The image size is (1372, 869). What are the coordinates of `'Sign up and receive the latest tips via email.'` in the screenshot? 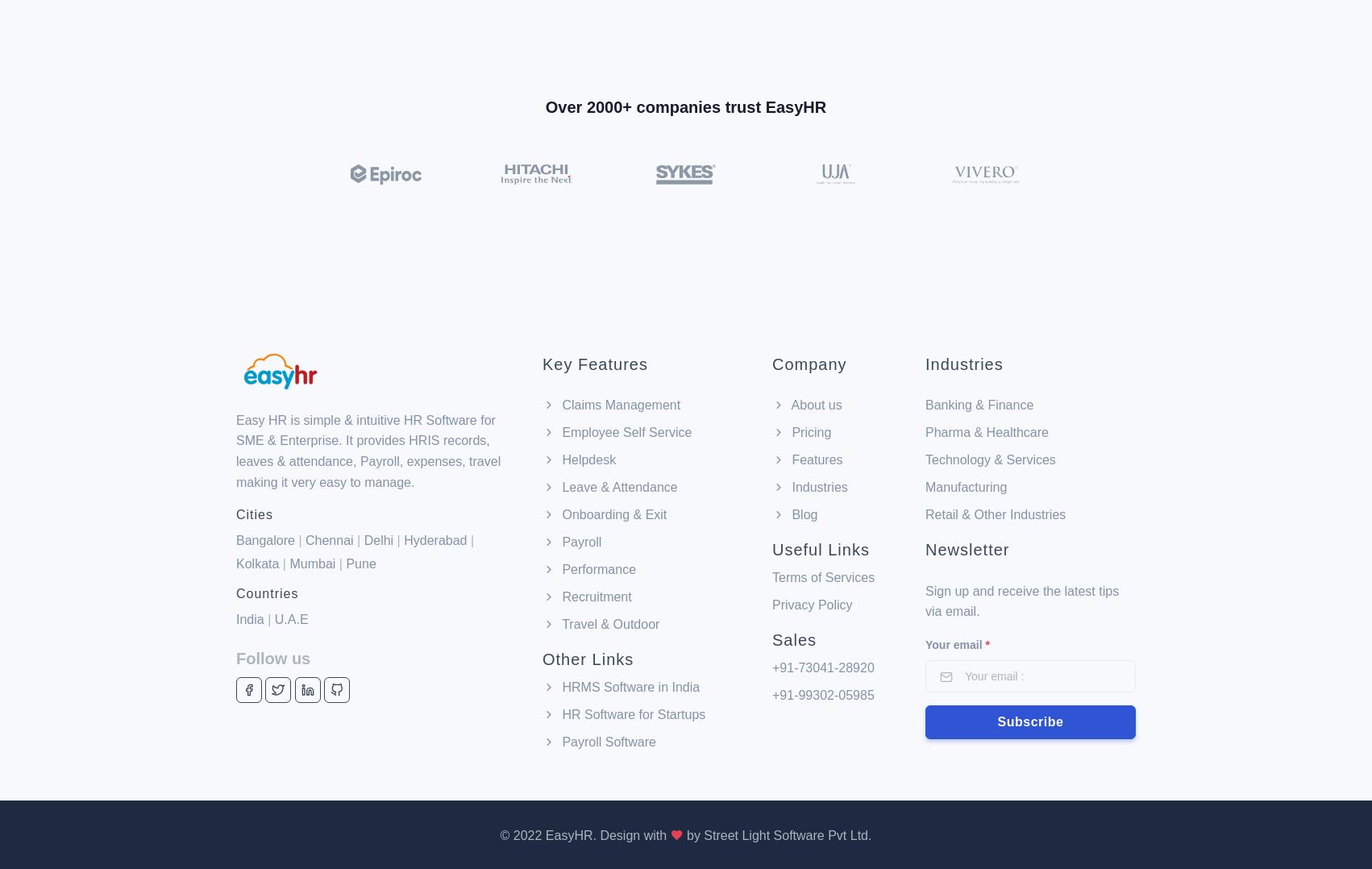 It's located at (925, 515).